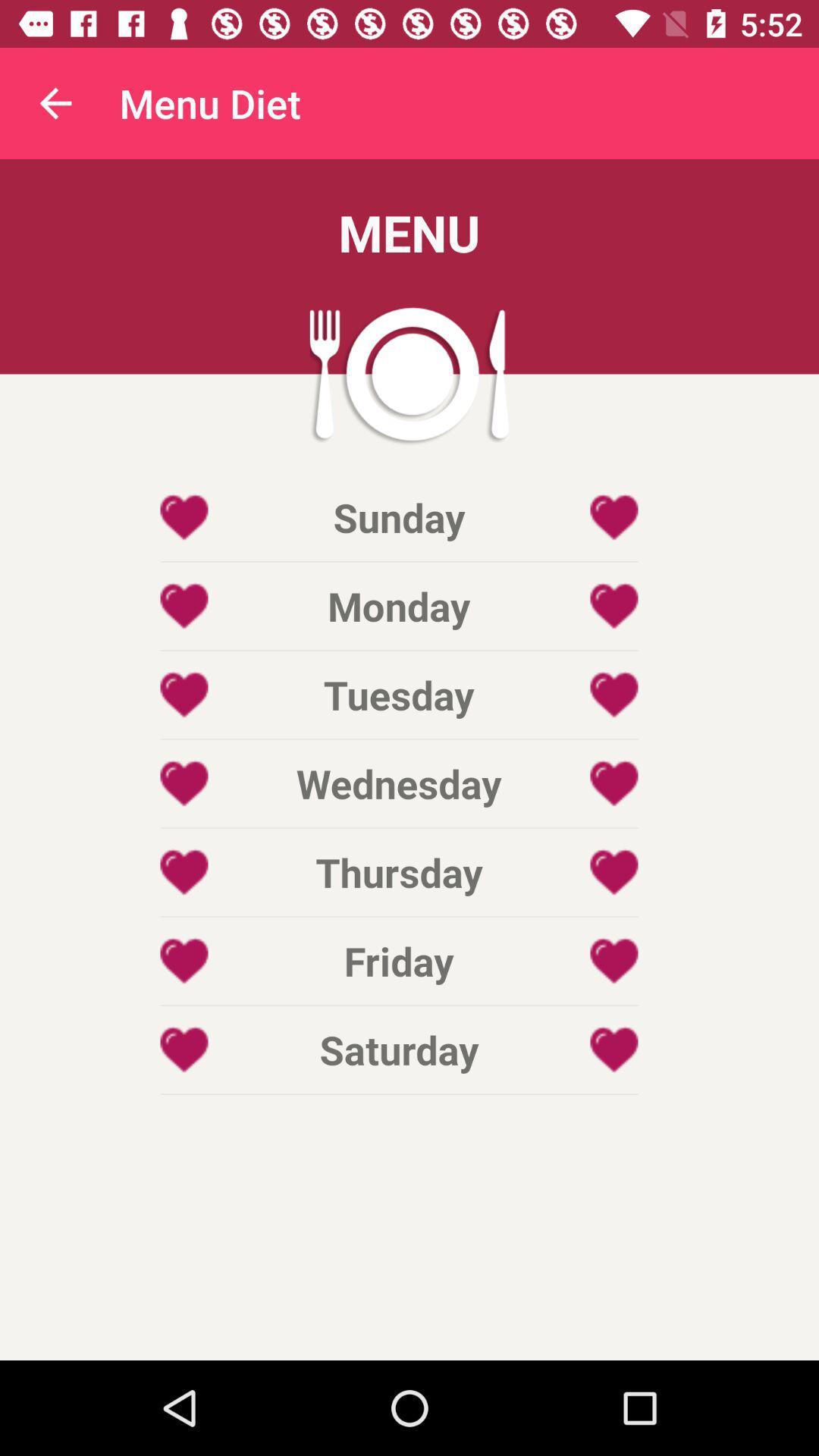 This screenshot has width=819, height=1456. What do you see at coordinates (398, 1049) in the screenshot?
I see `saturday item` at bounding box center [398, 1049].